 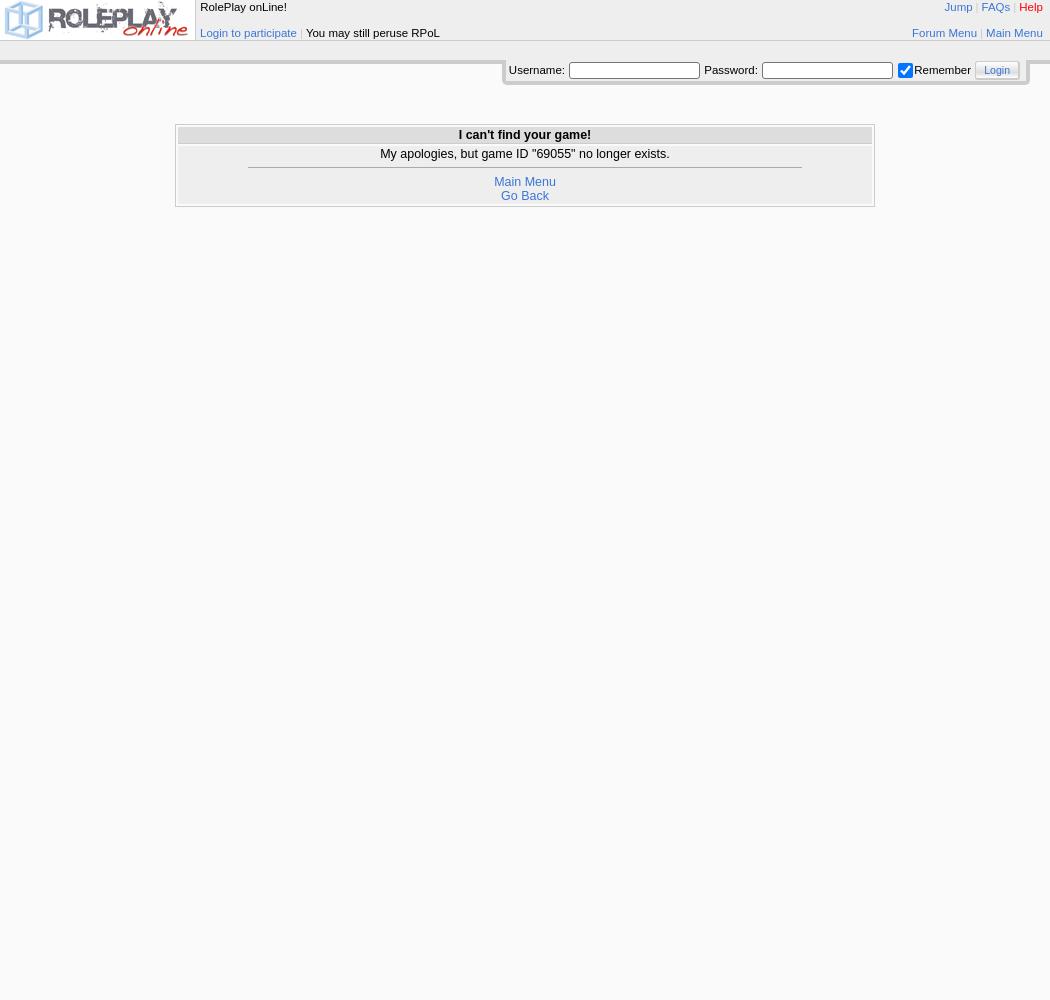 I want to click on 'Remember', so click(x=942, y=68).